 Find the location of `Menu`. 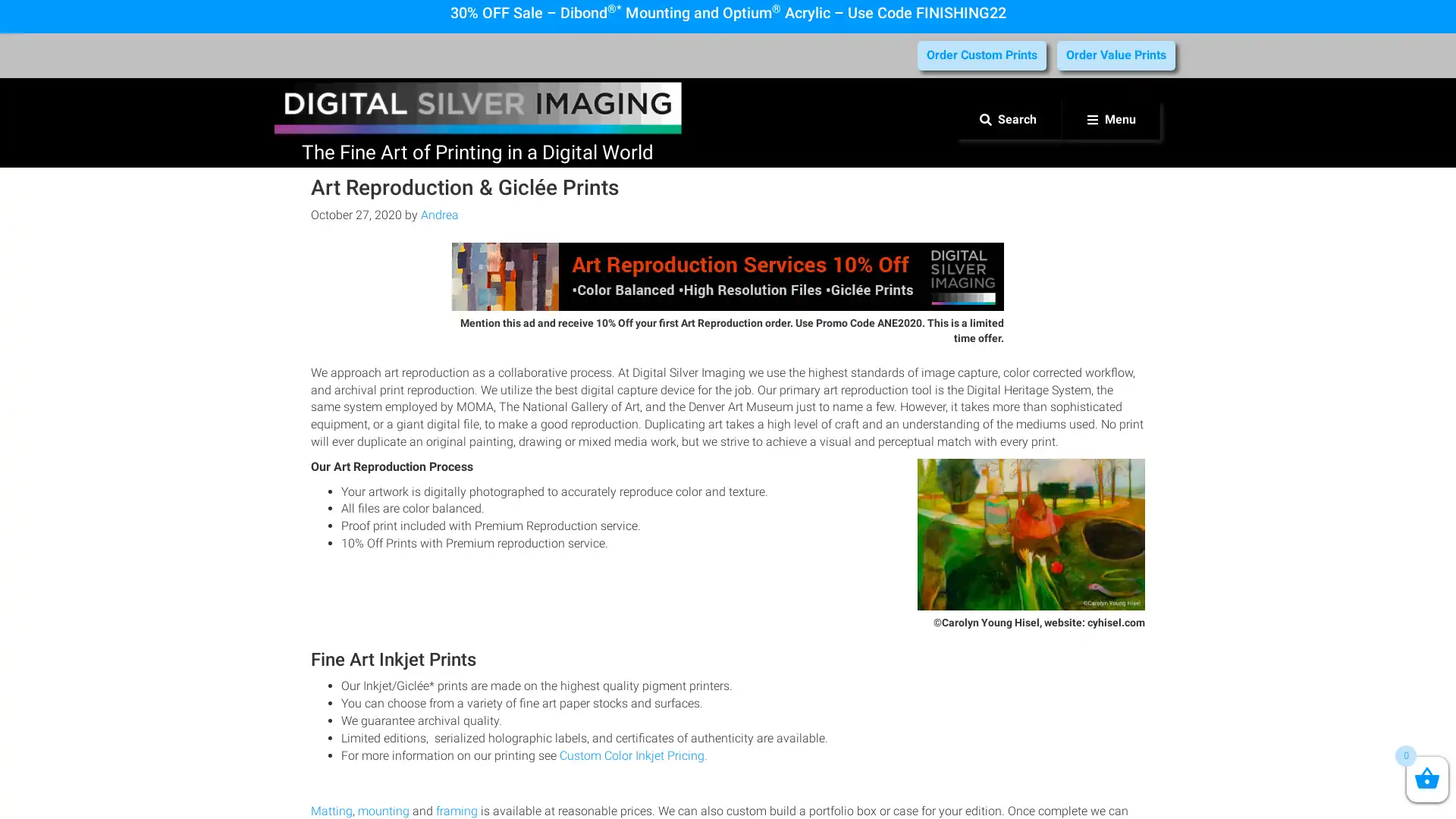

Menu is located at coordinates (1110, 118).